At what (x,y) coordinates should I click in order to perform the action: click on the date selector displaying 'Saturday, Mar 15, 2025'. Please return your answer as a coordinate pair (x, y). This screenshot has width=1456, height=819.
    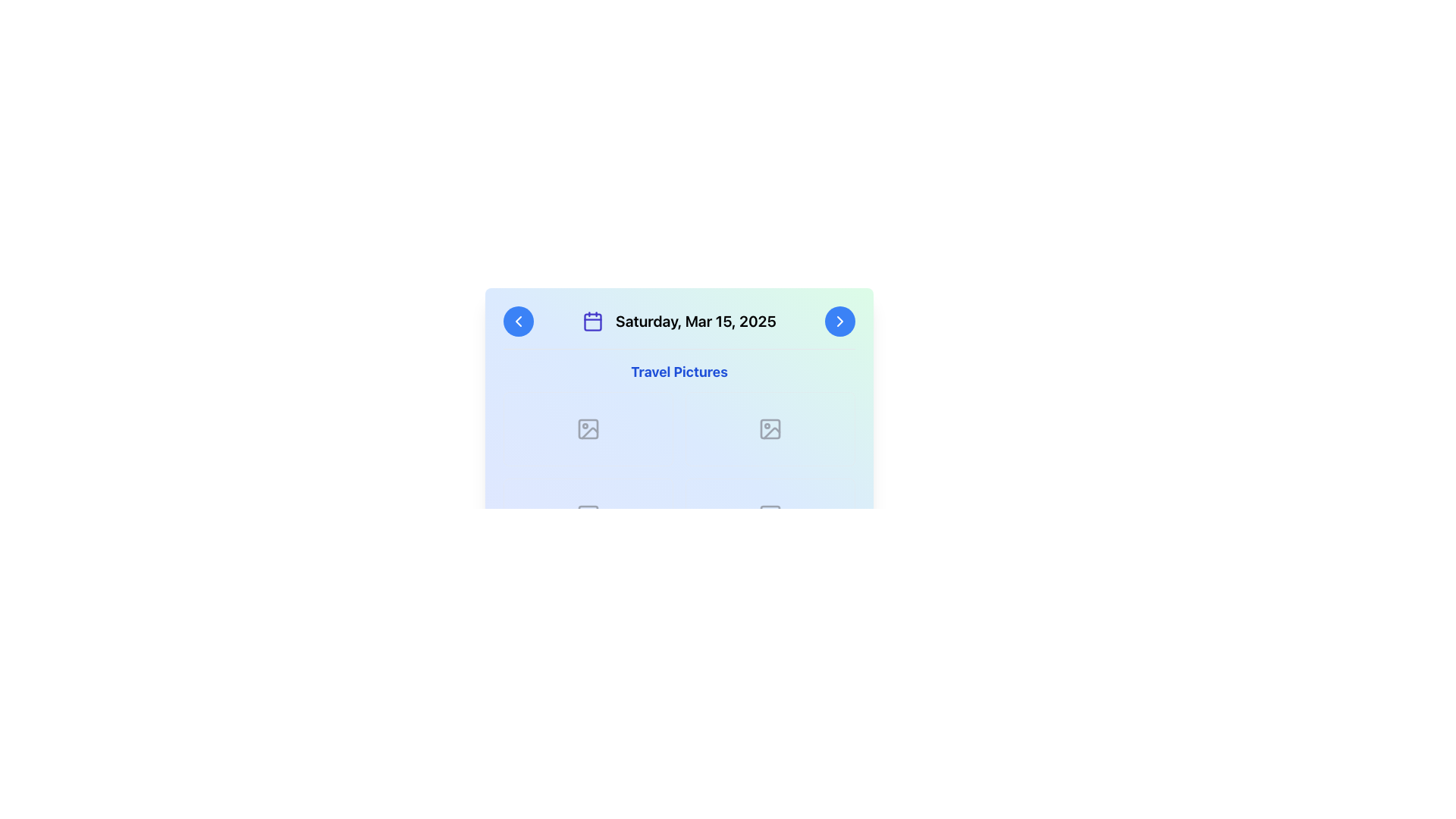
    Looking at the image, I should click on (679, 321).